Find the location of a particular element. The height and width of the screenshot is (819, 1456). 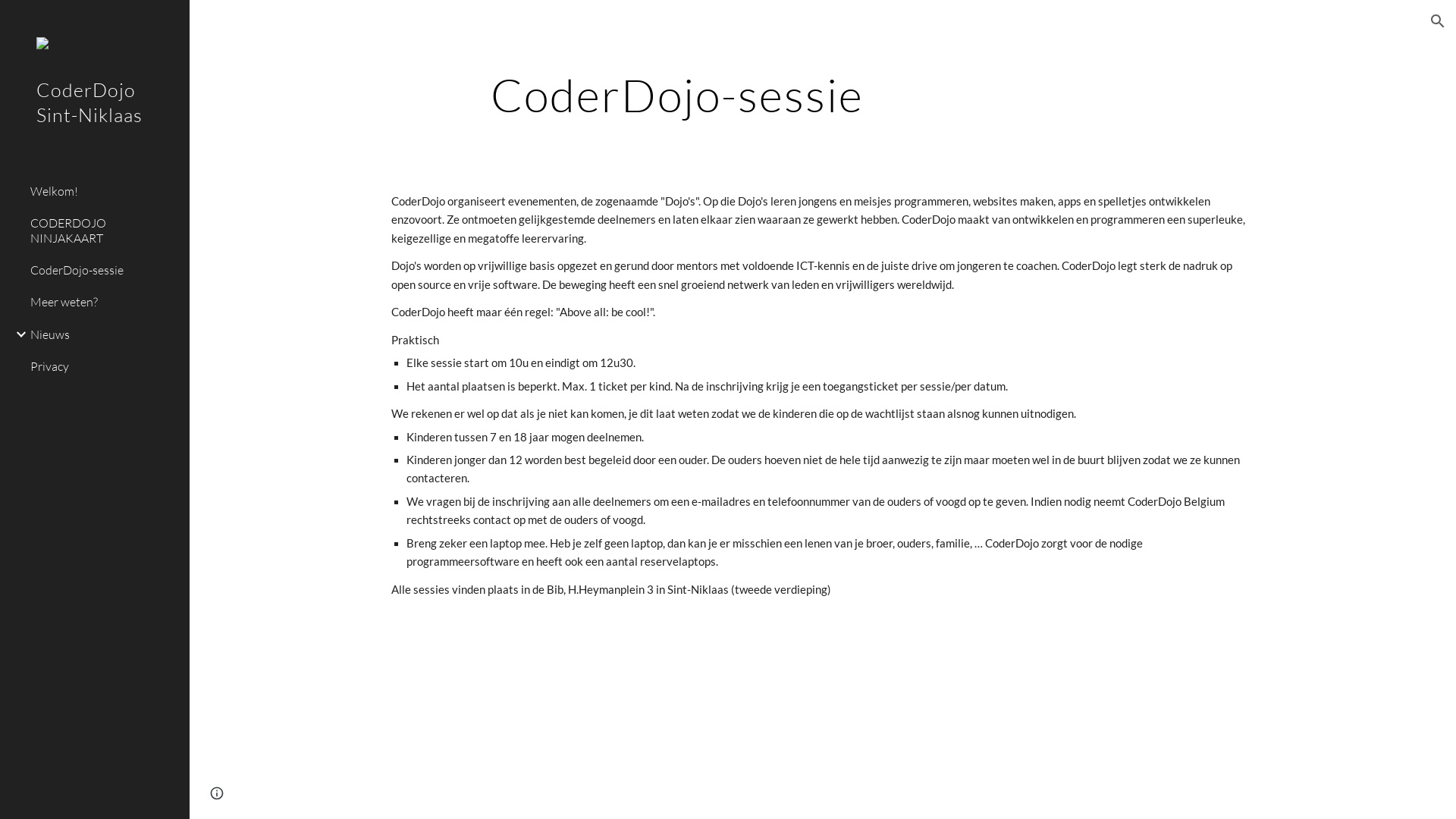

'CoderDojo-sessie' is located at coordinates (103, 268).